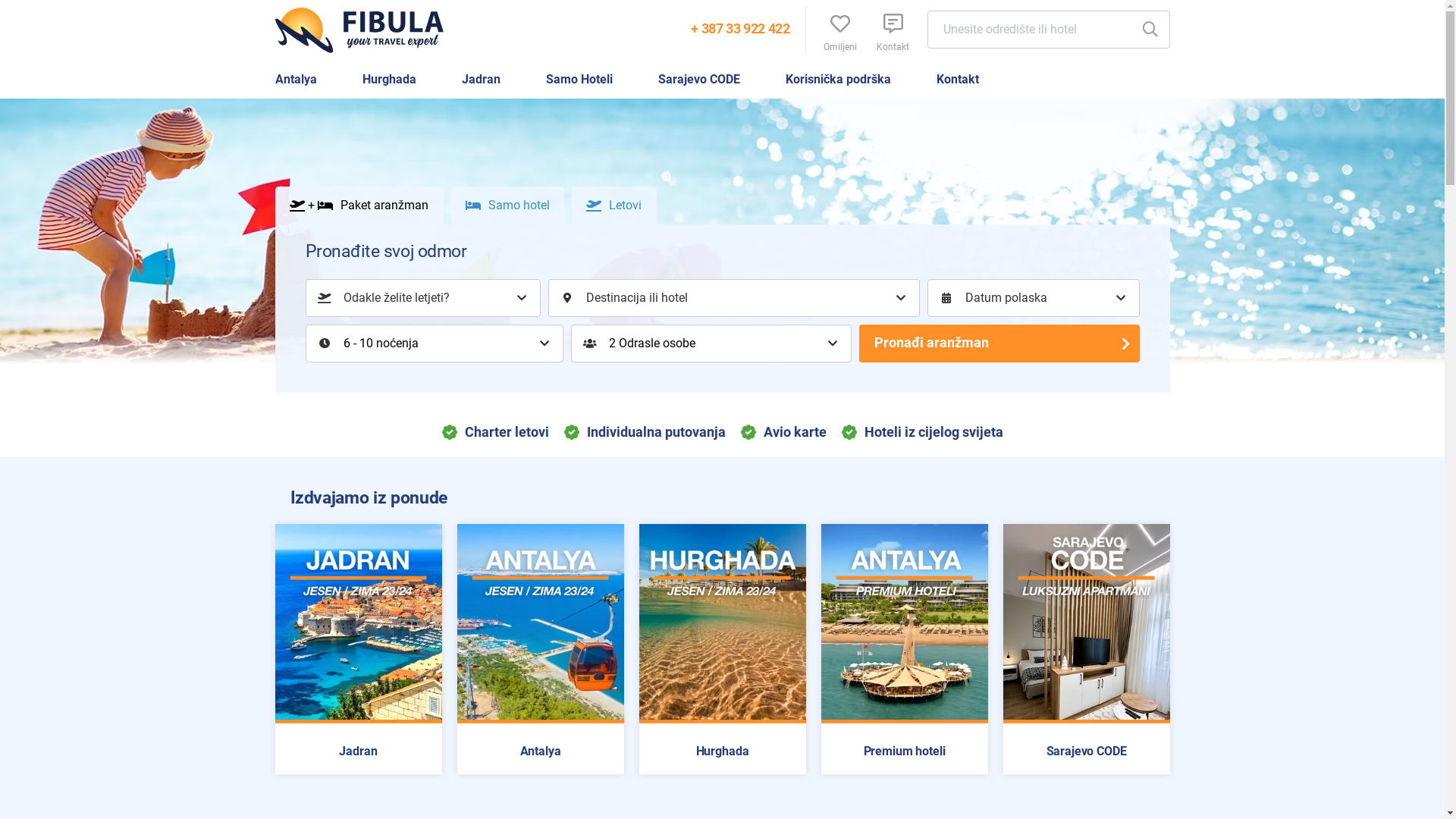 Image resolution: width=1456 pixels, height=819 pixels. What do you see at coordinates (282, 752) in the screenshot?
I see `'Jadran'` at bounding box center [282, 752].